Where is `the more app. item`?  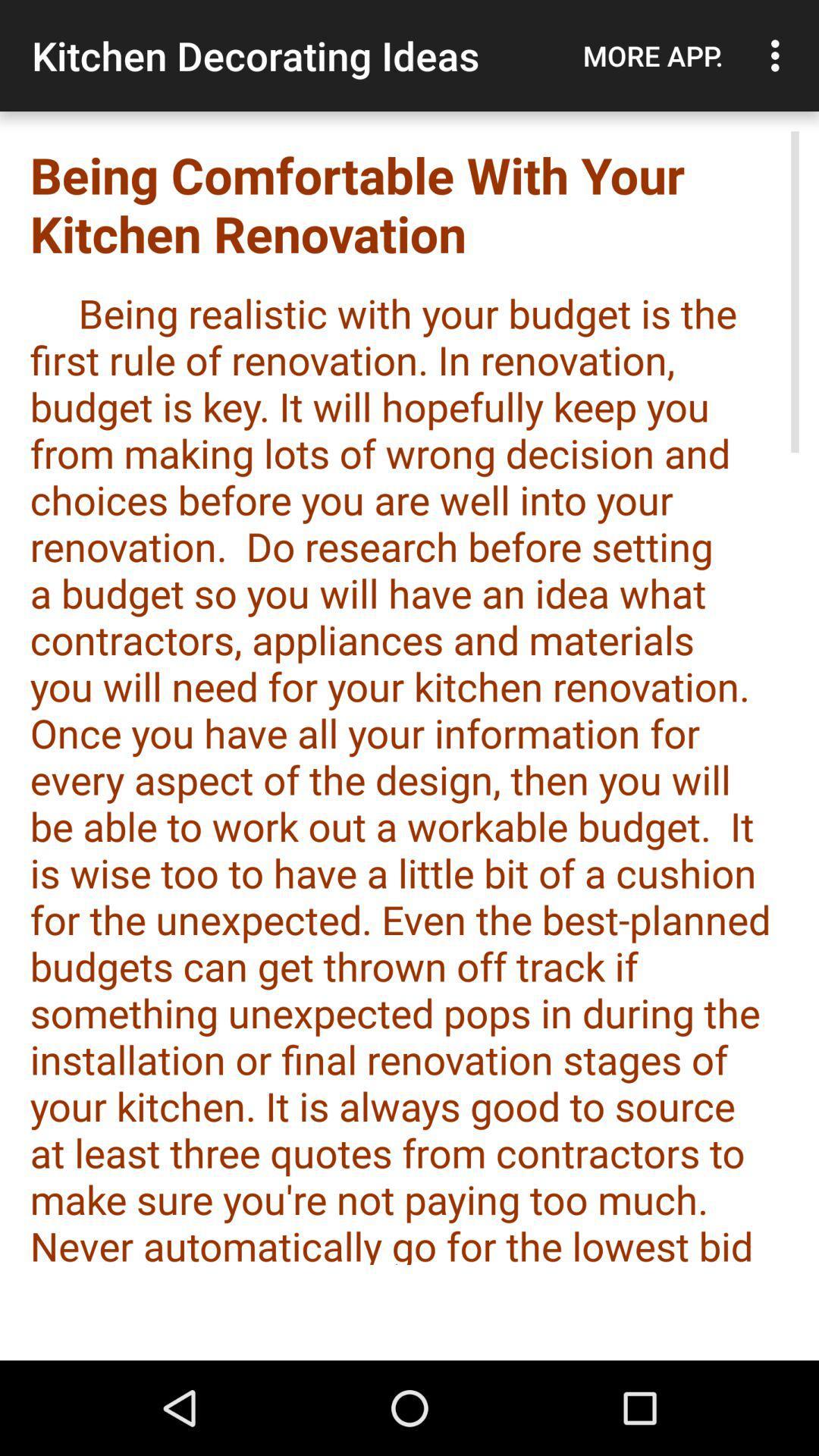
the more app. item is located at coordinates (652, 55).